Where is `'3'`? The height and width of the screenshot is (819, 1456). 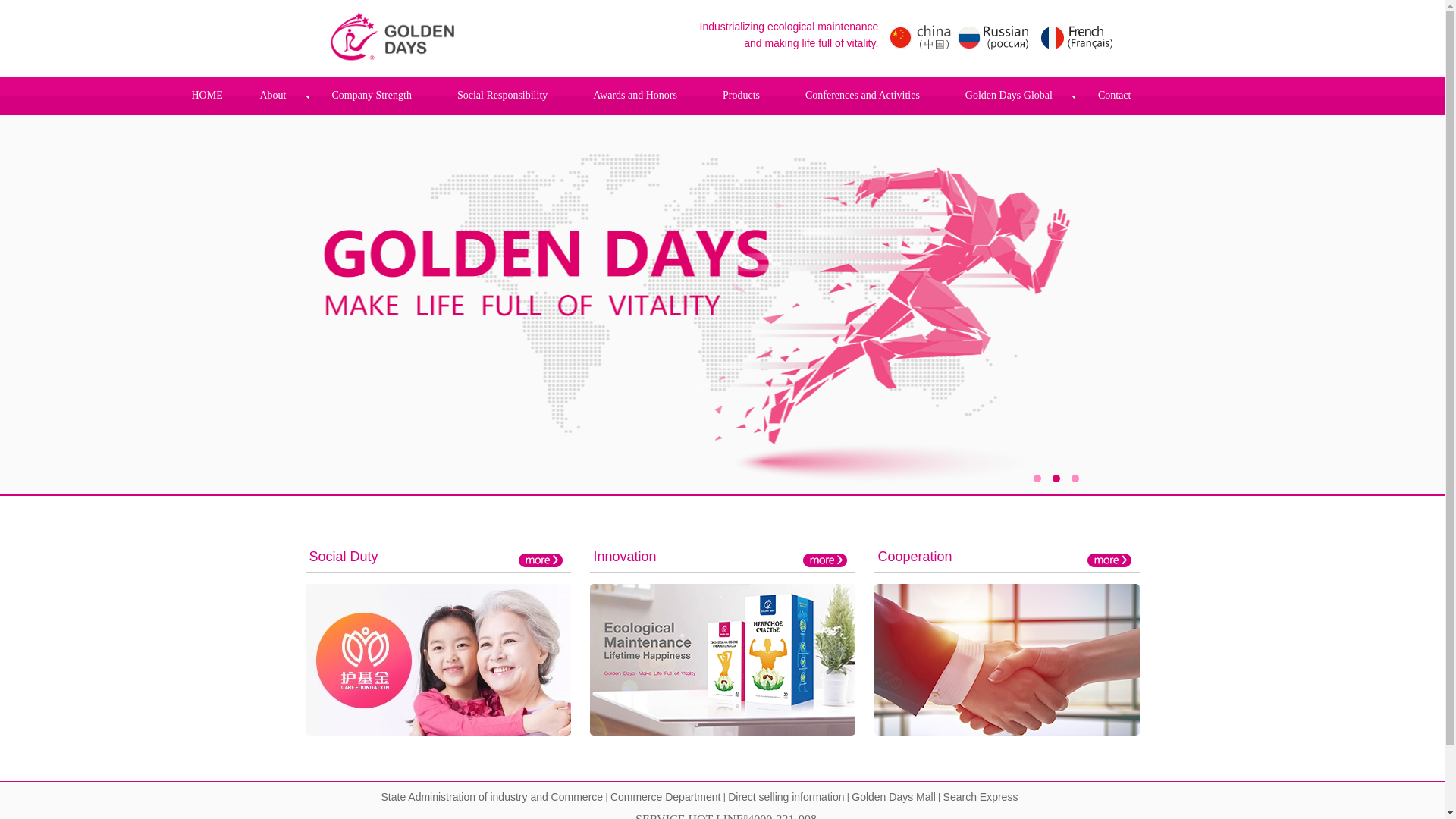
'3' is located at coordinates (1069, 479).